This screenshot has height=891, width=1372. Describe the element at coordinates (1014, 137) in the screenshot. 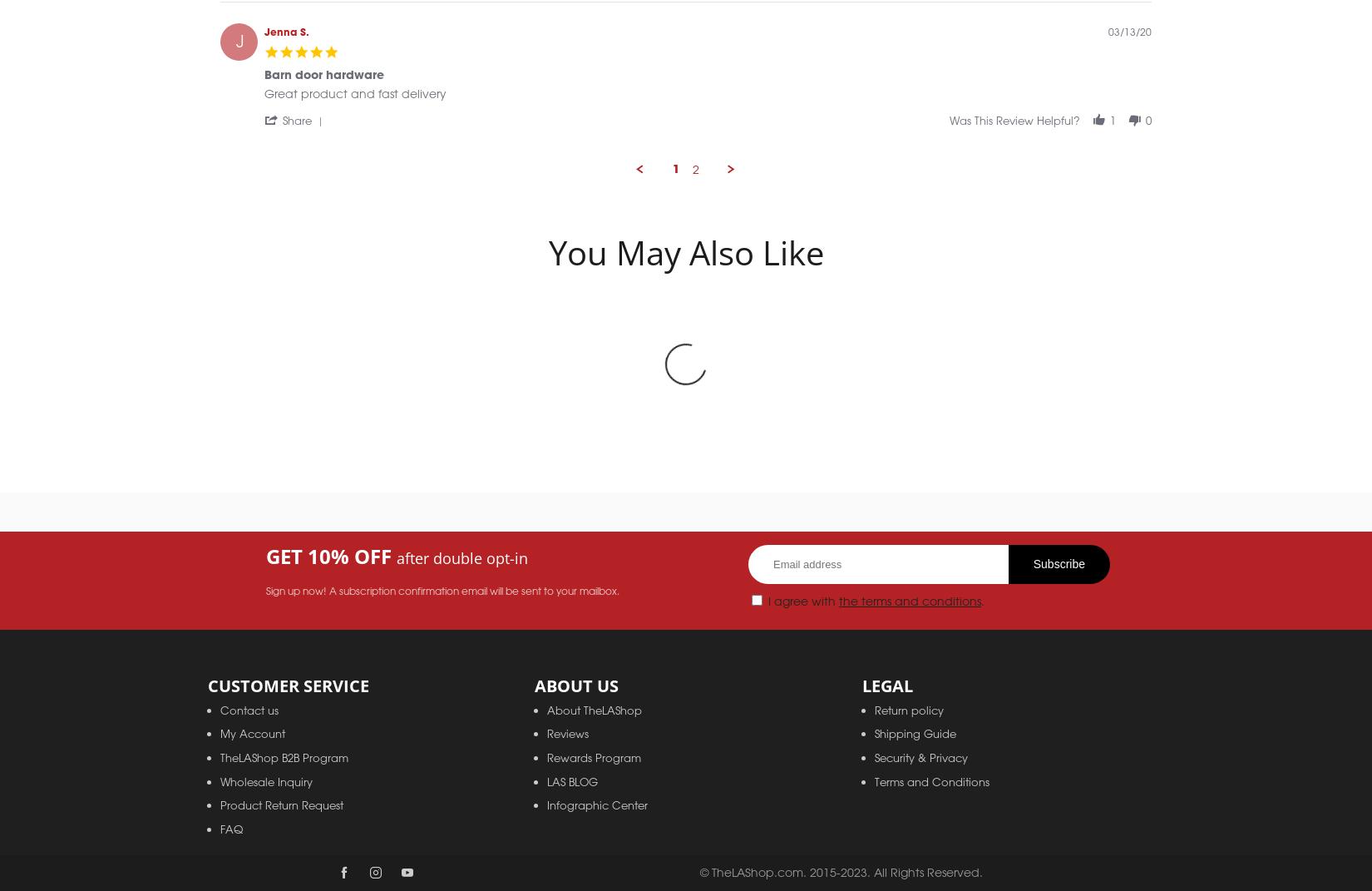

I see `'Was this review helpful?'` at that location.